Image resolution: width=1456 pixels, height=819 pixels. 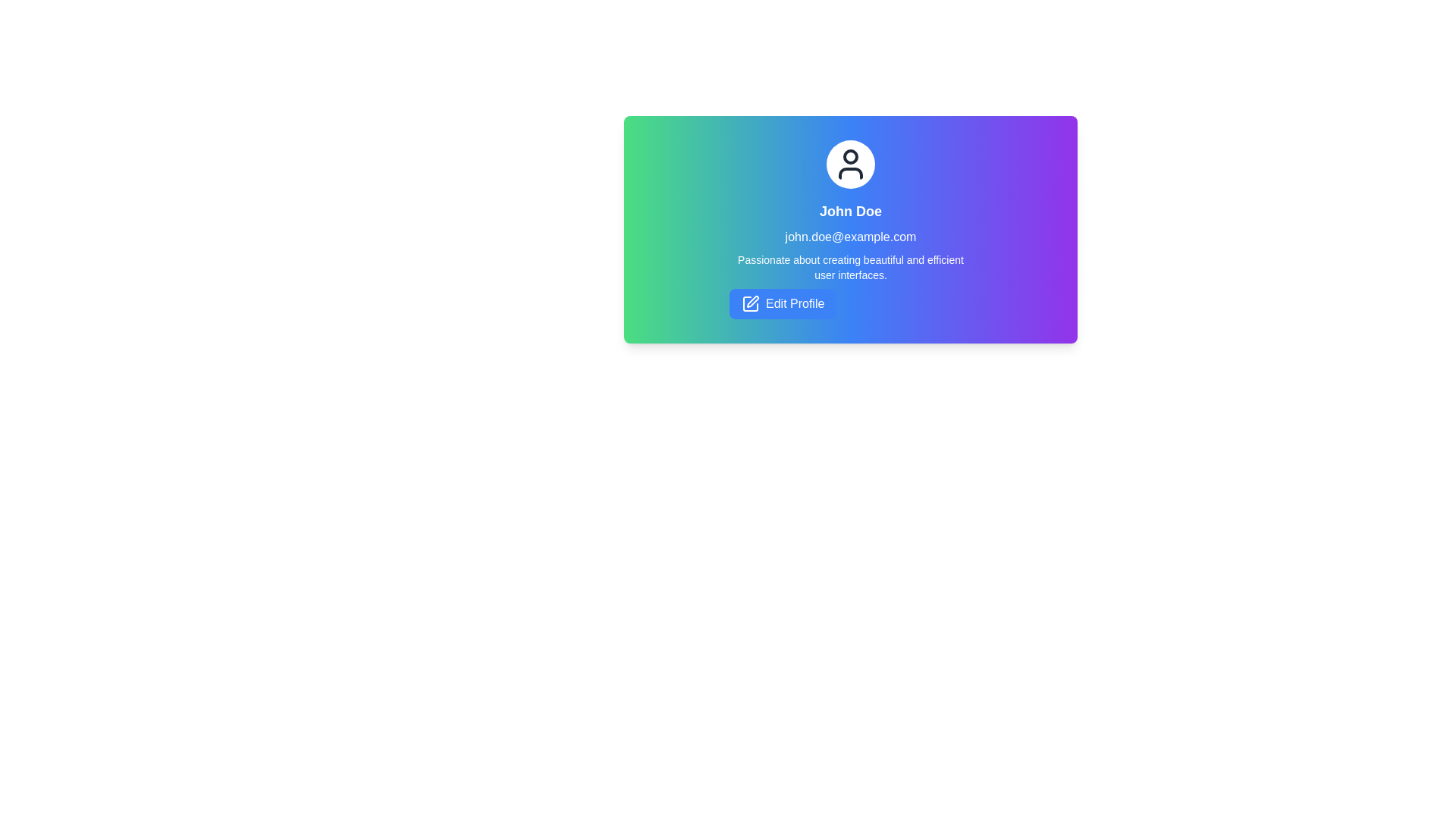 I want to click on the Circle Graphic icon, which is a circular user profile icon located at the top center of the gradient rectangular card, above the text 'John Doe' and 'john.doe@example.com', so click(x=851, y=157).